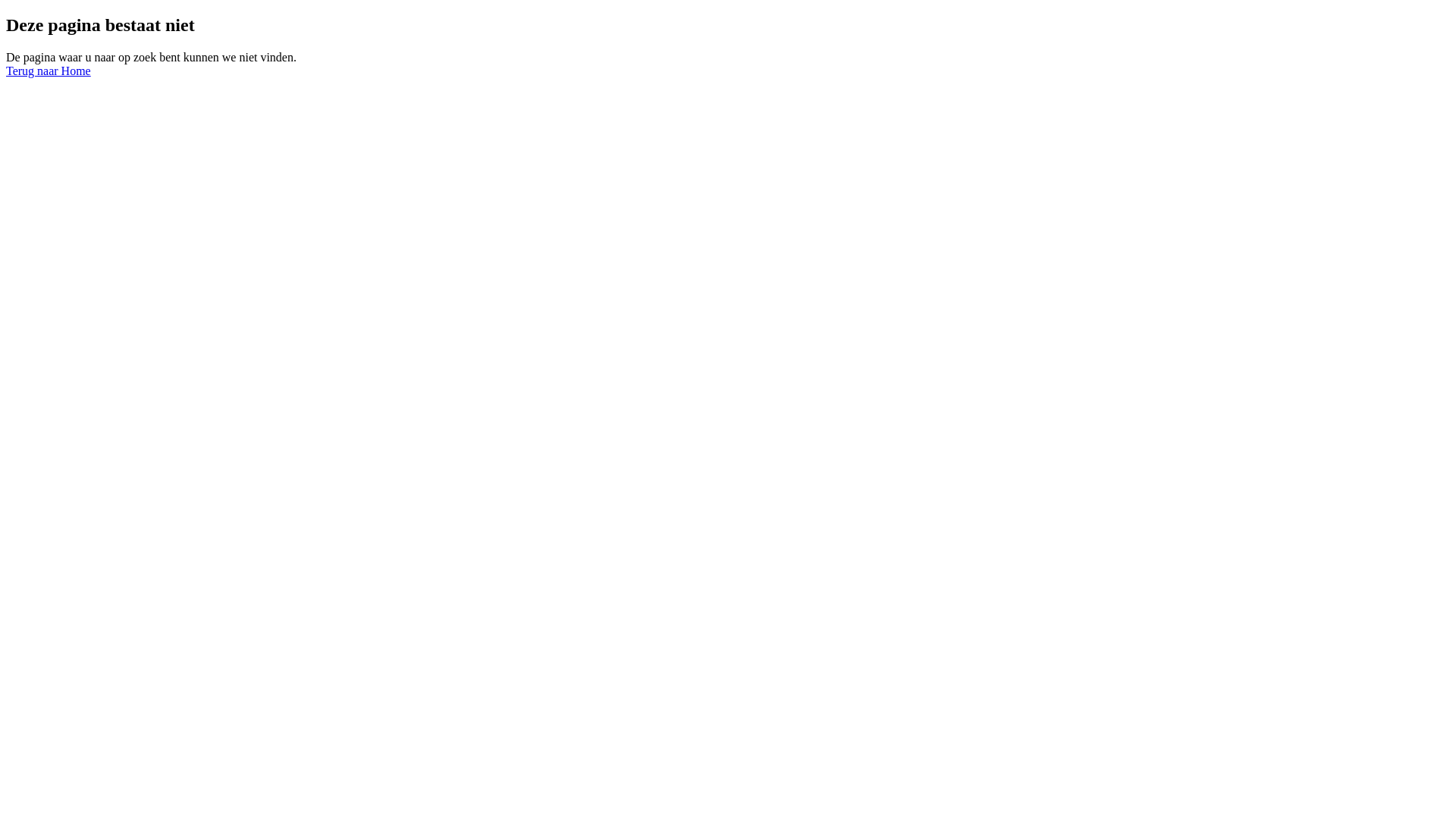 The image size is (1456, 819). Describe the element at coordinates (6, 71) in the screenshot. I see `'Terug naar Home'` at that location.